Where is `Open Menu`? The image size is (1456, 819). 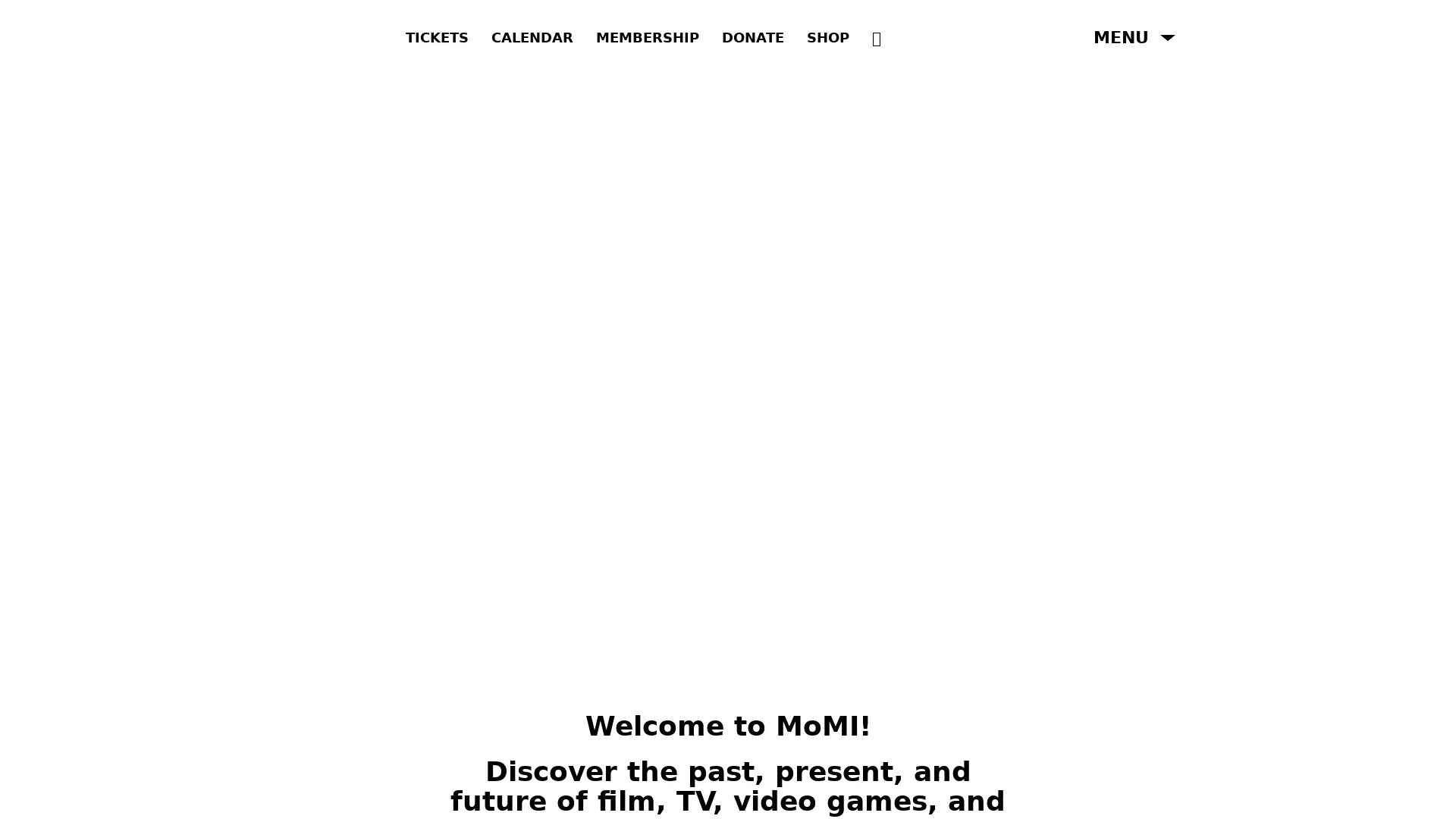 Open Menu is located at coordinates (1128, 36).